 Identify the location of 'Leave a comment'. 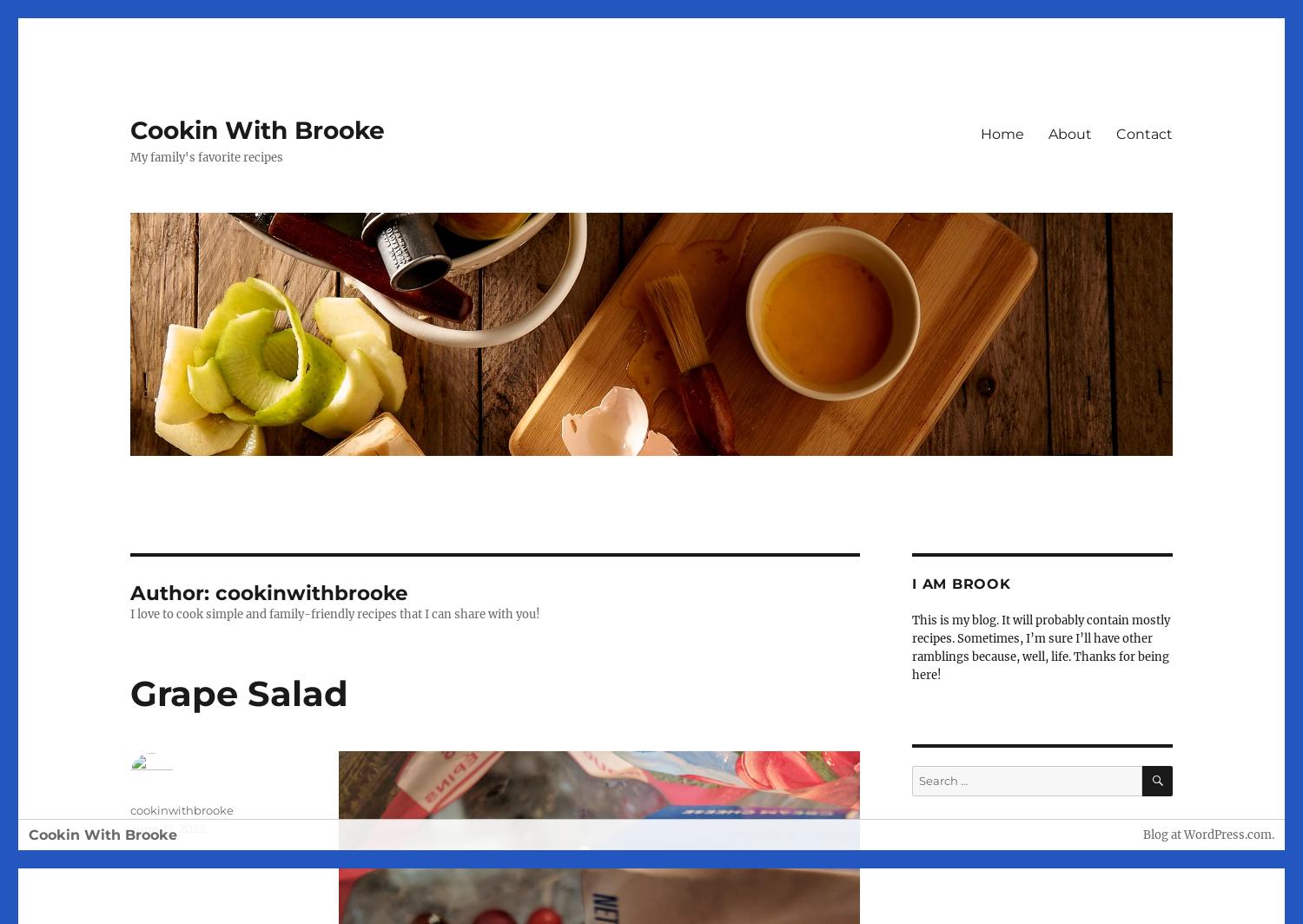
(130, 852).